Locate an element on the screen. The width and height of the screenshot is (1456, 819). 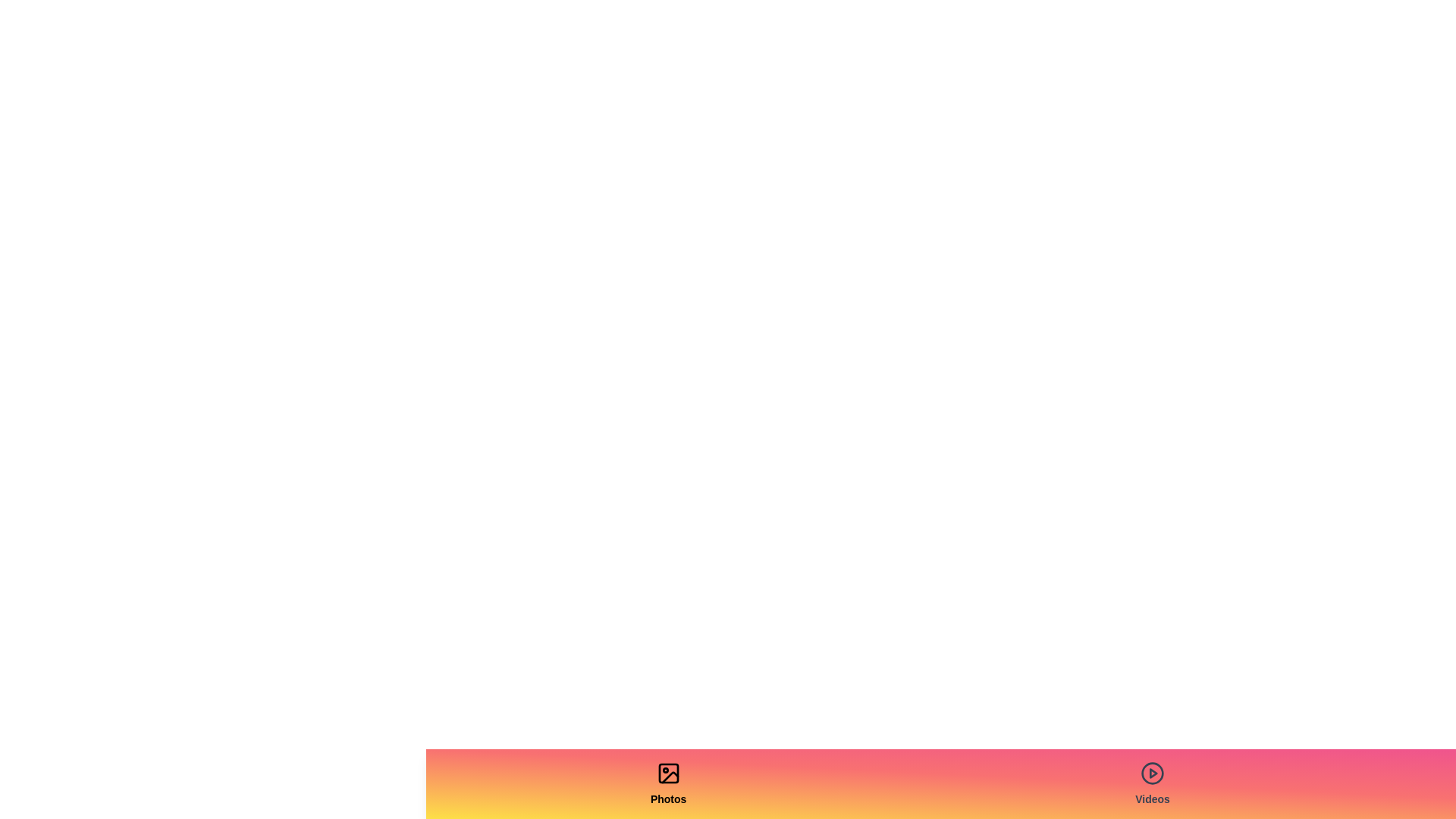
the Videos tab by clicking its corresponding button is located at coordinates (1153, 783).